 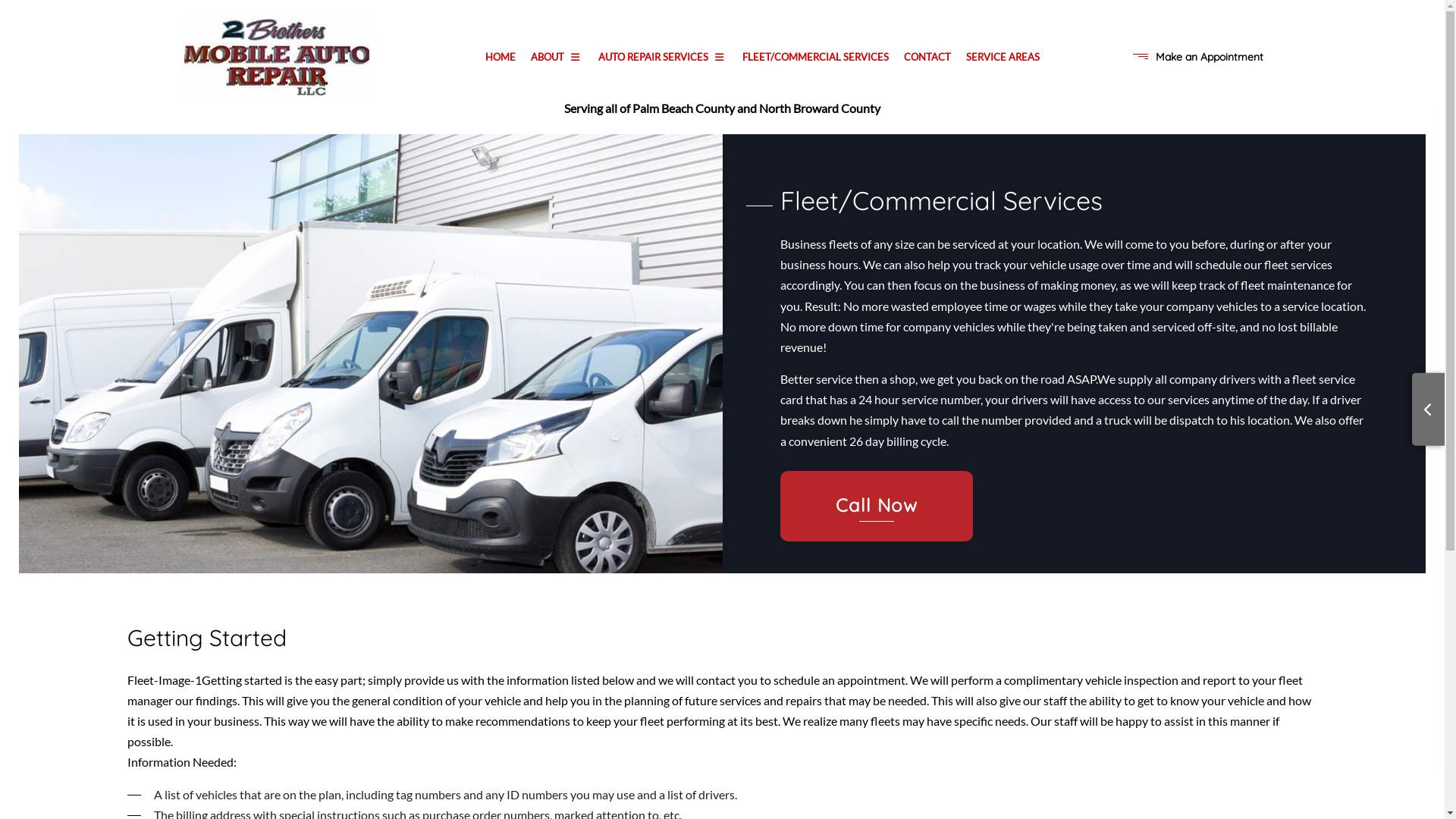 I want to click on 'Make an Appointment', so click(x=1208, y=55).